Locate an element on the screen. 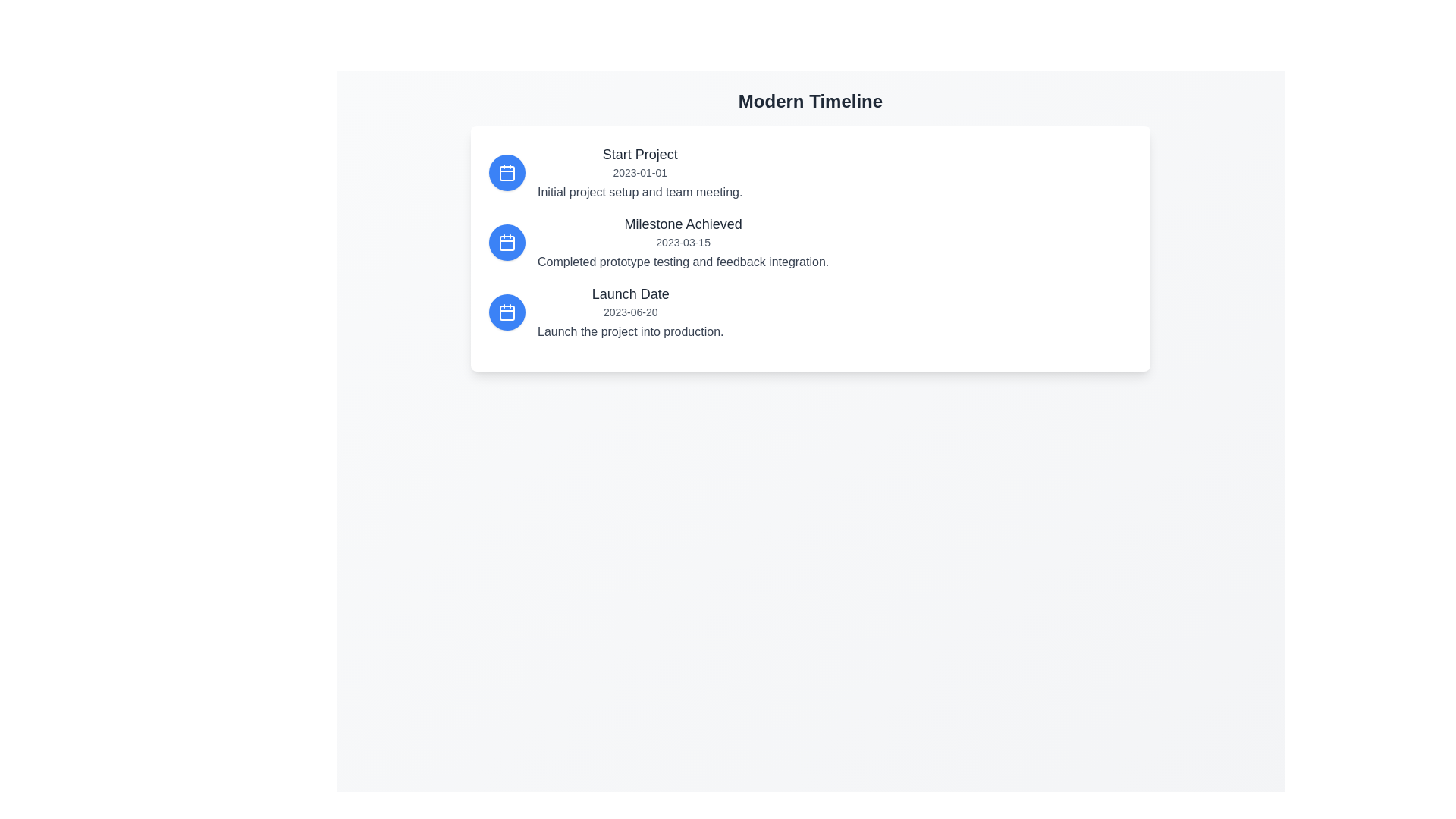 This screenshot has height=819, width=1456. the third timeline entry that presents details about the launch date of a project, located below the 'Milestone Achieved' entry is located at coordinates (810, 312).